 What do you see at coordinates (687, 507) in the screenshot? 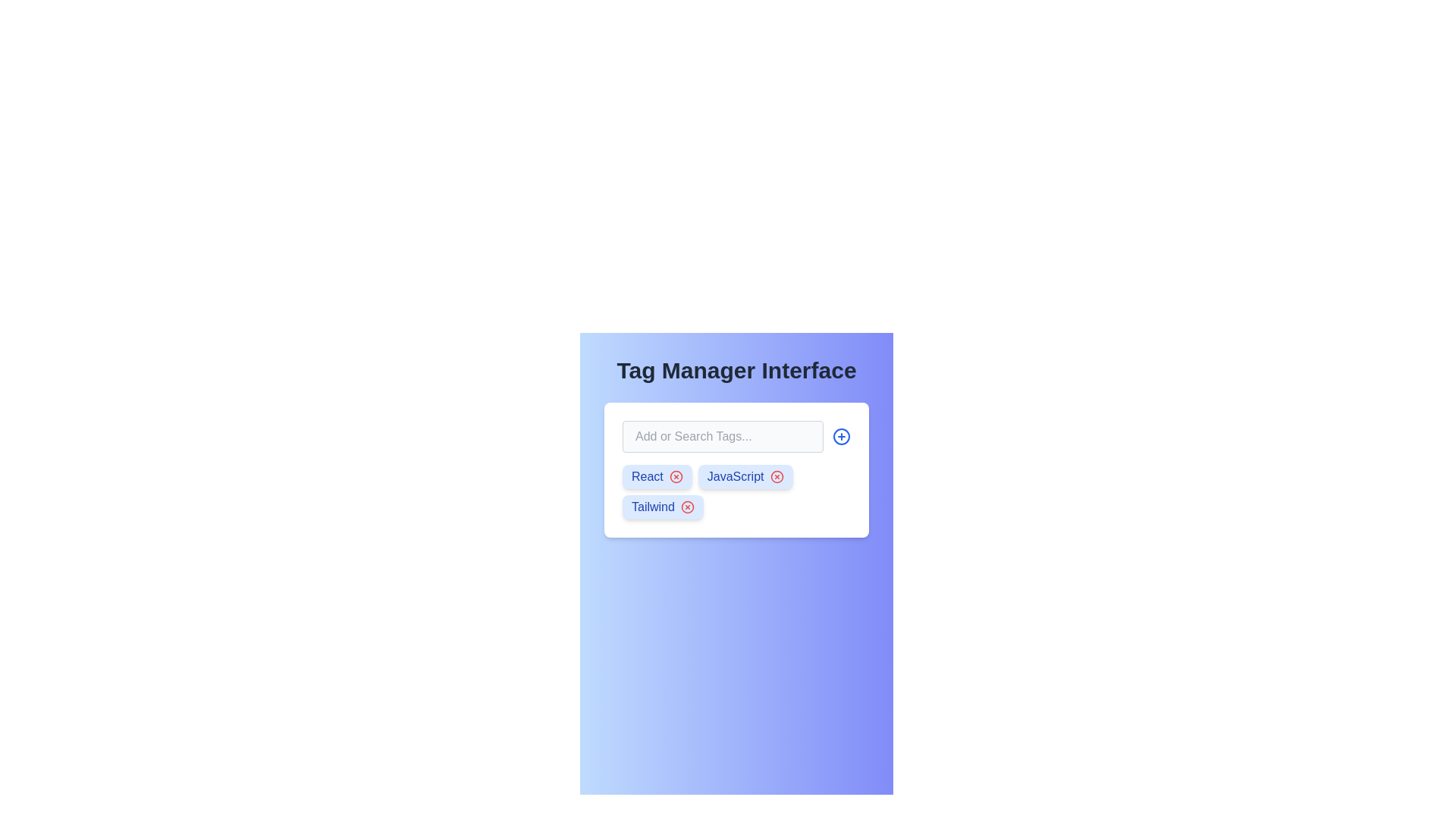
I see `the deletion button for the 'Tailwind' tag, which is positioned right-aligned to the tag text in the second row of selected tags` at bounding box center [687, 507].